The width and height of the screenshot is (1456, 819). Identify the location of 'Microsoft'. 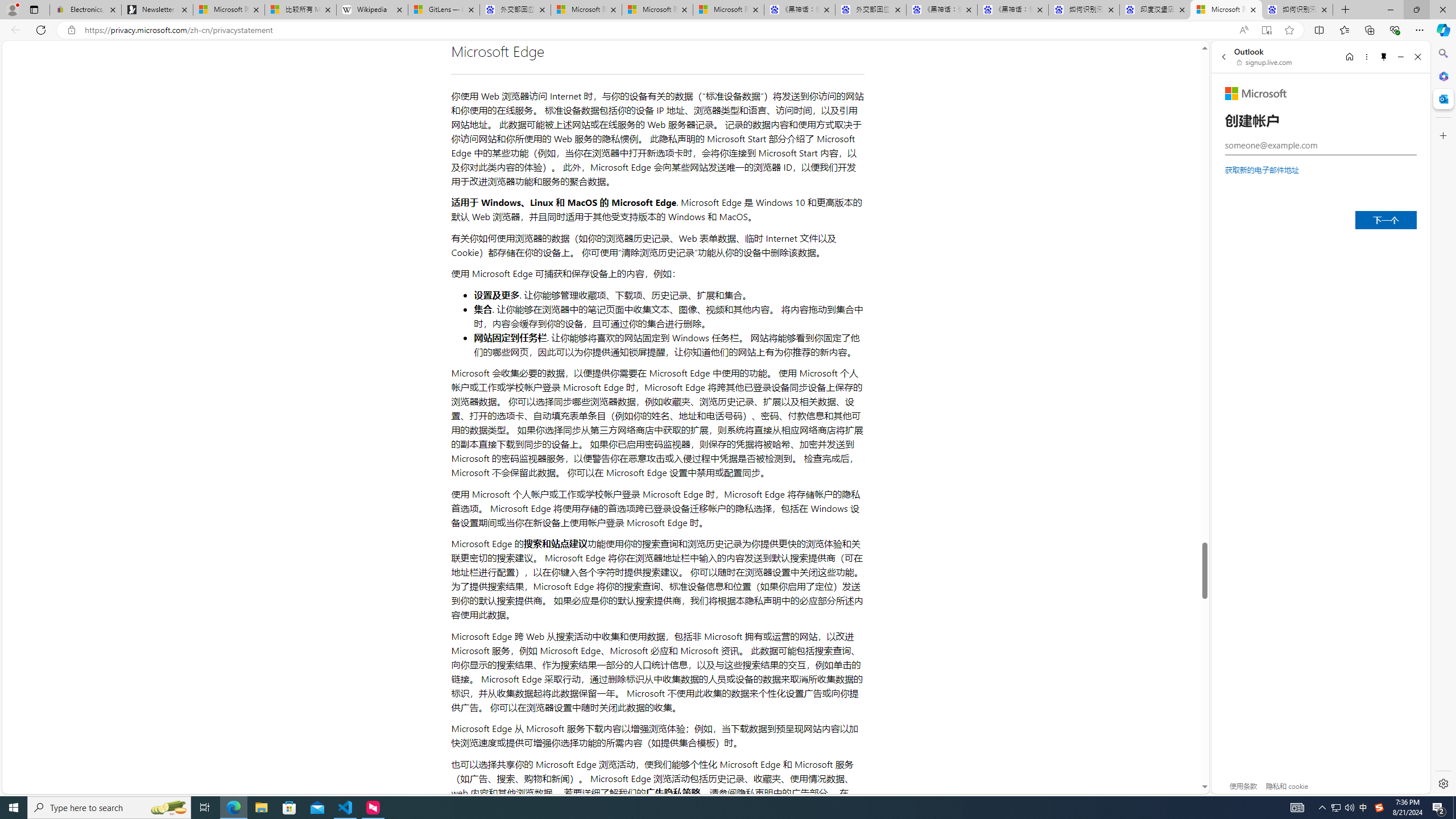
(1256, 93).